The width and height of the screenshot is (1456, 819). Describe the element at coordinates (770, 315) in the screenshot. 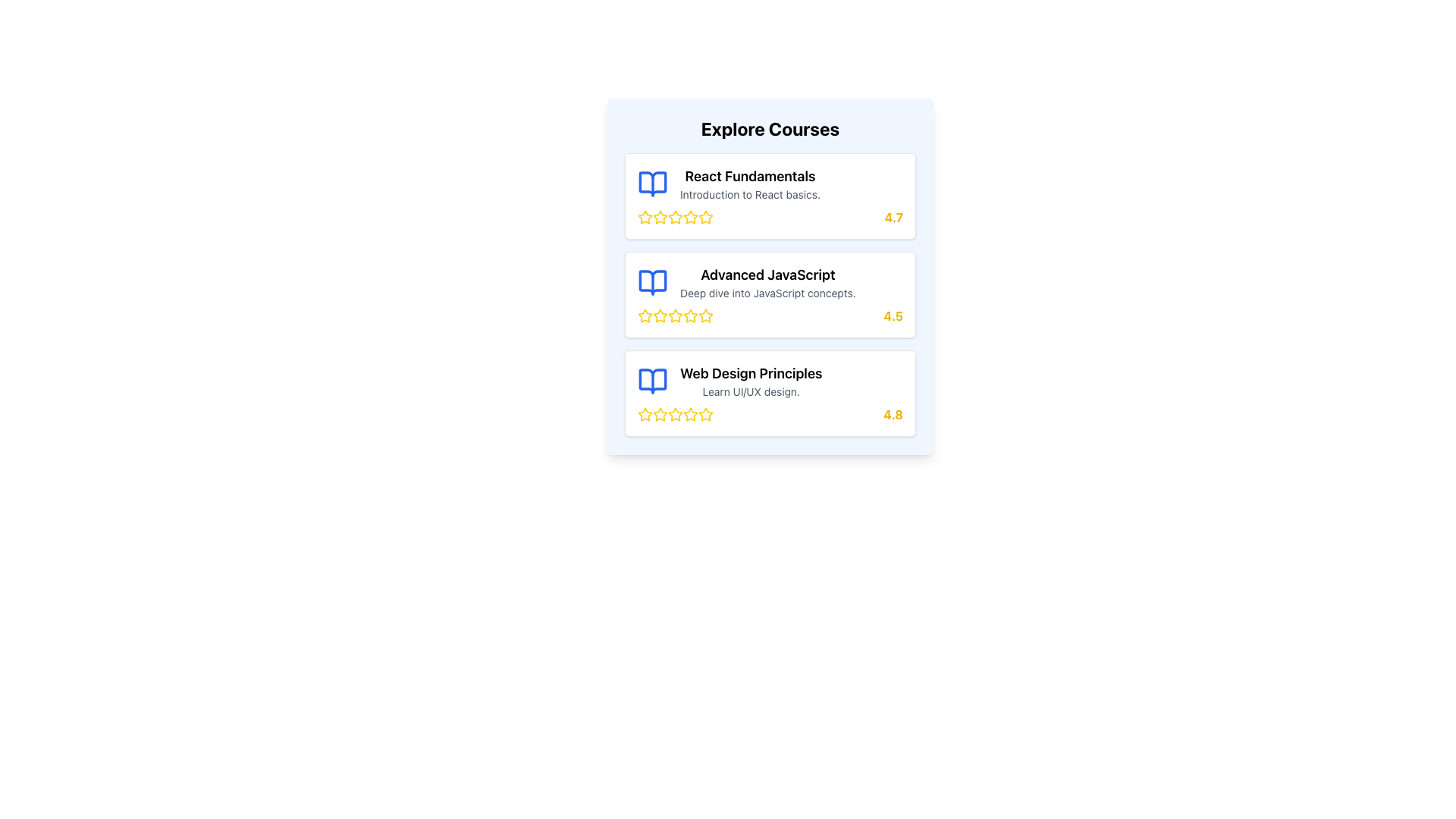

I see `the rating display of the 'Advanced JavaScript' course, which is located in the second course card, below the course subtitle and next to the yellow stars` at that location.